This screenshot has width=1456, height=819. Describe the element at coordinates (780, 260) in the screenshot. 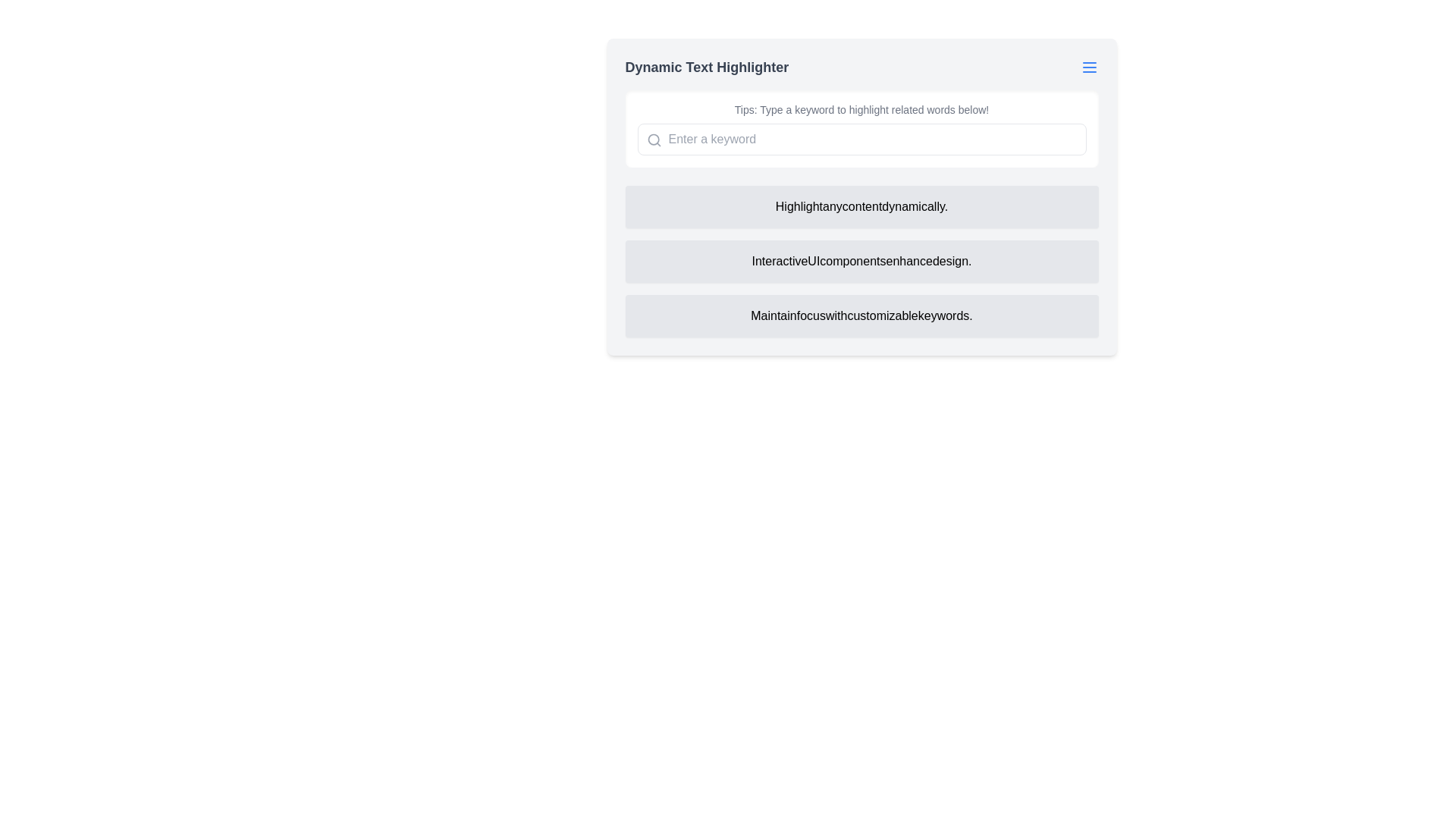

I see `the text element that serves as a visual label or content, located in the second row of a vertically stacked list, specifically the first word of the line followed by 'UI components enhance design.'` at that location.